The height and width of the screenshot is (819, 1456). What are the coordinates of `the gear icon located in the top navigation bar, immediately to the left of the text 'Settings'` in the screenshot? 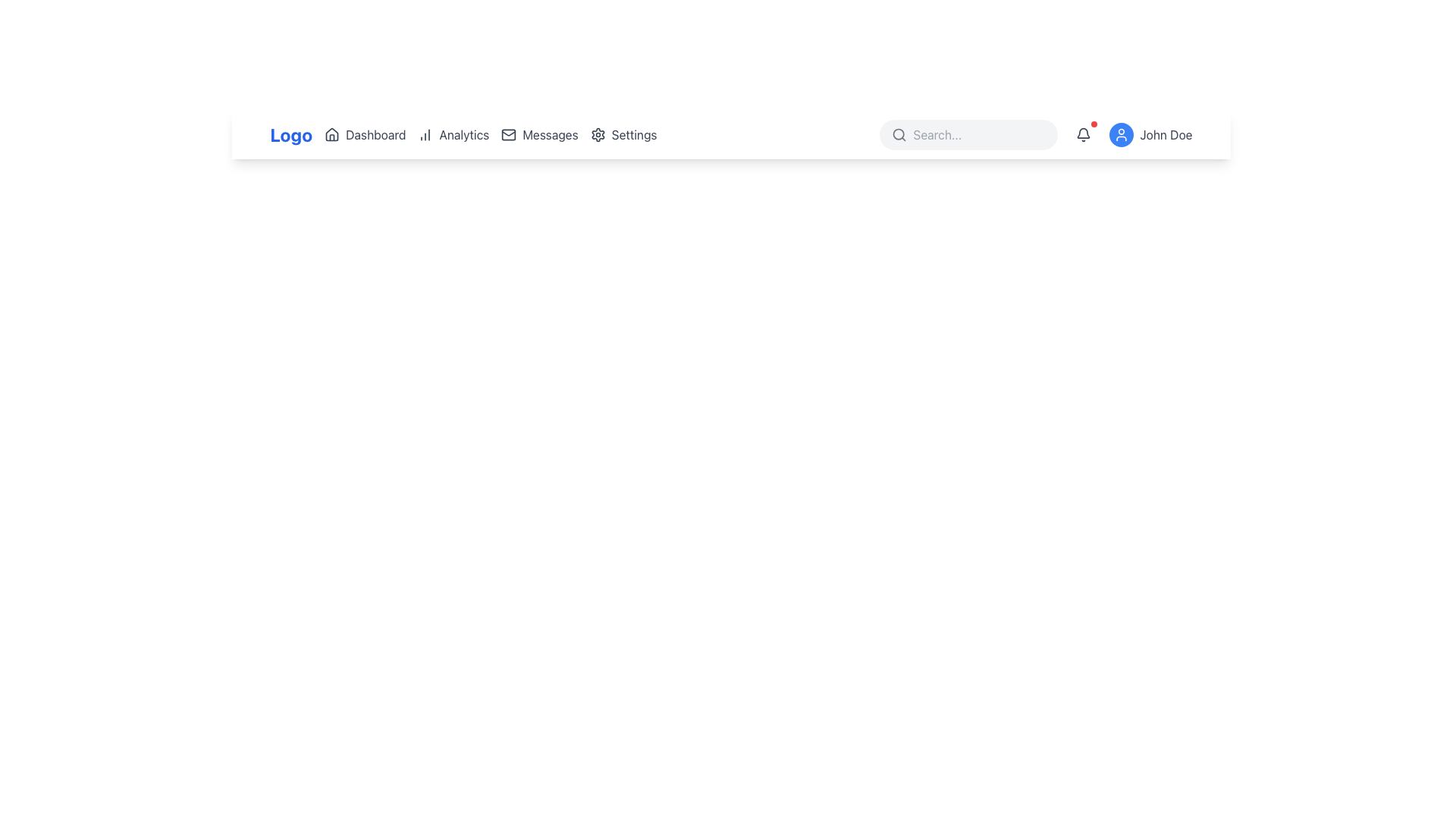 It's located at (597, 133).